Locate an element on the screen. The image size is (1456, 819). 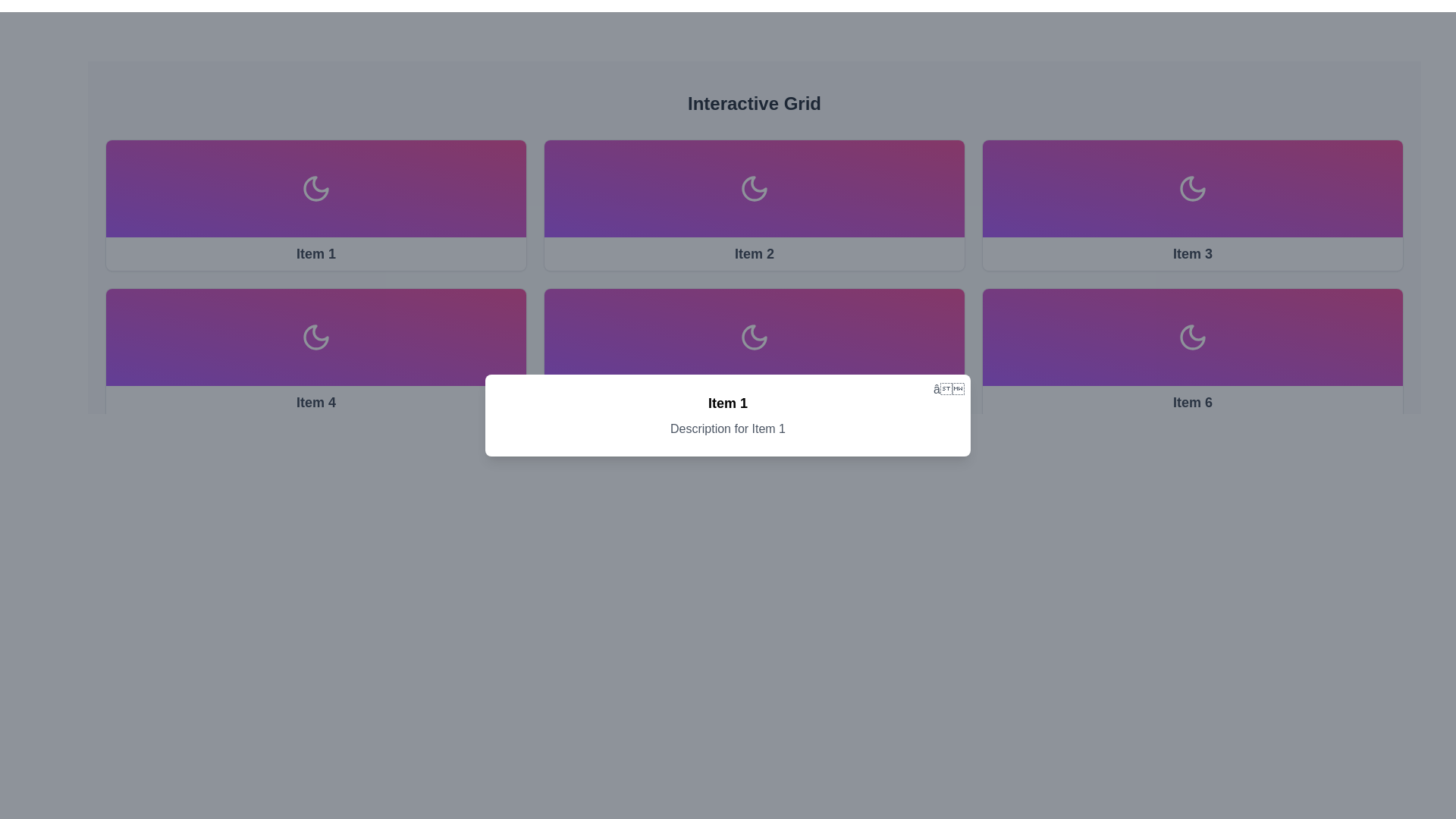
the crescent moon icon, which is located in the center column of the top row in a grid layout, above the label 'Item 2', and is part of a highlighted card with a rounded rectangular shape is located at coordinates (754, 188).